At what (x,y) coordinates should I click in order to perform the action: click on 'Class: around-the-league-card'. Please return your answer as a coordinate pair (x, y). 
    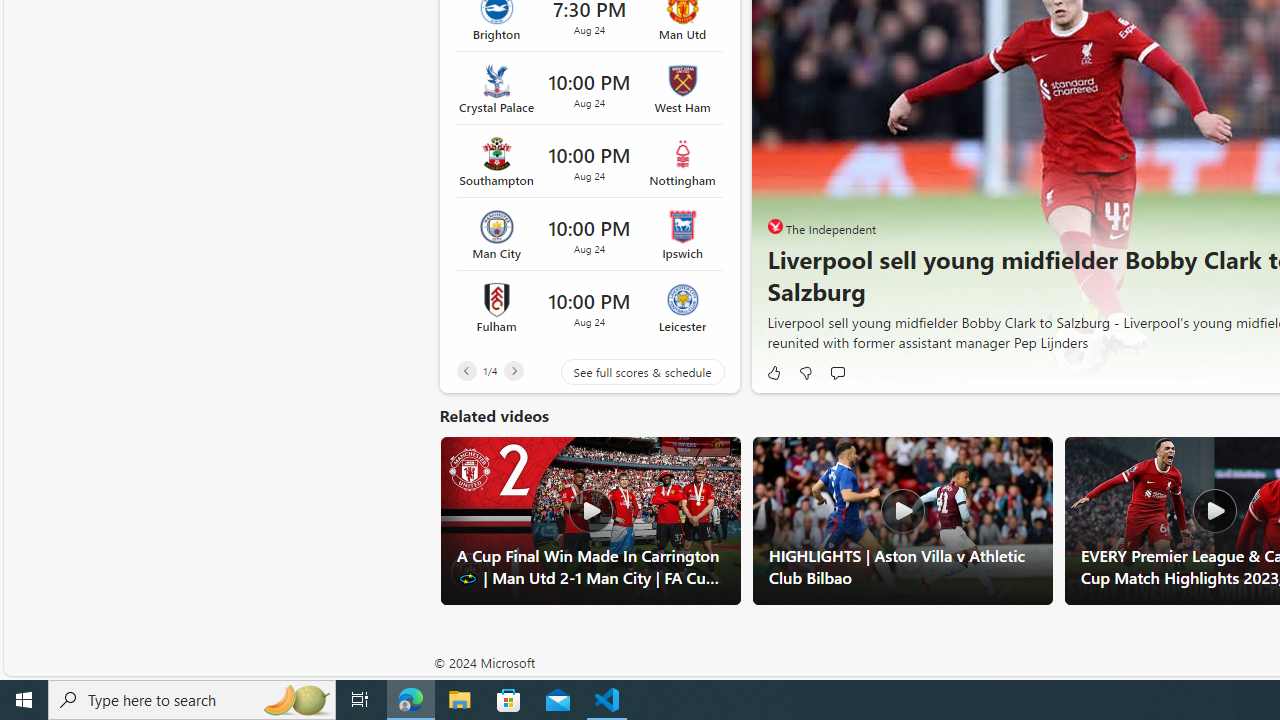
    Looking at the image, I should click on (588, 307).